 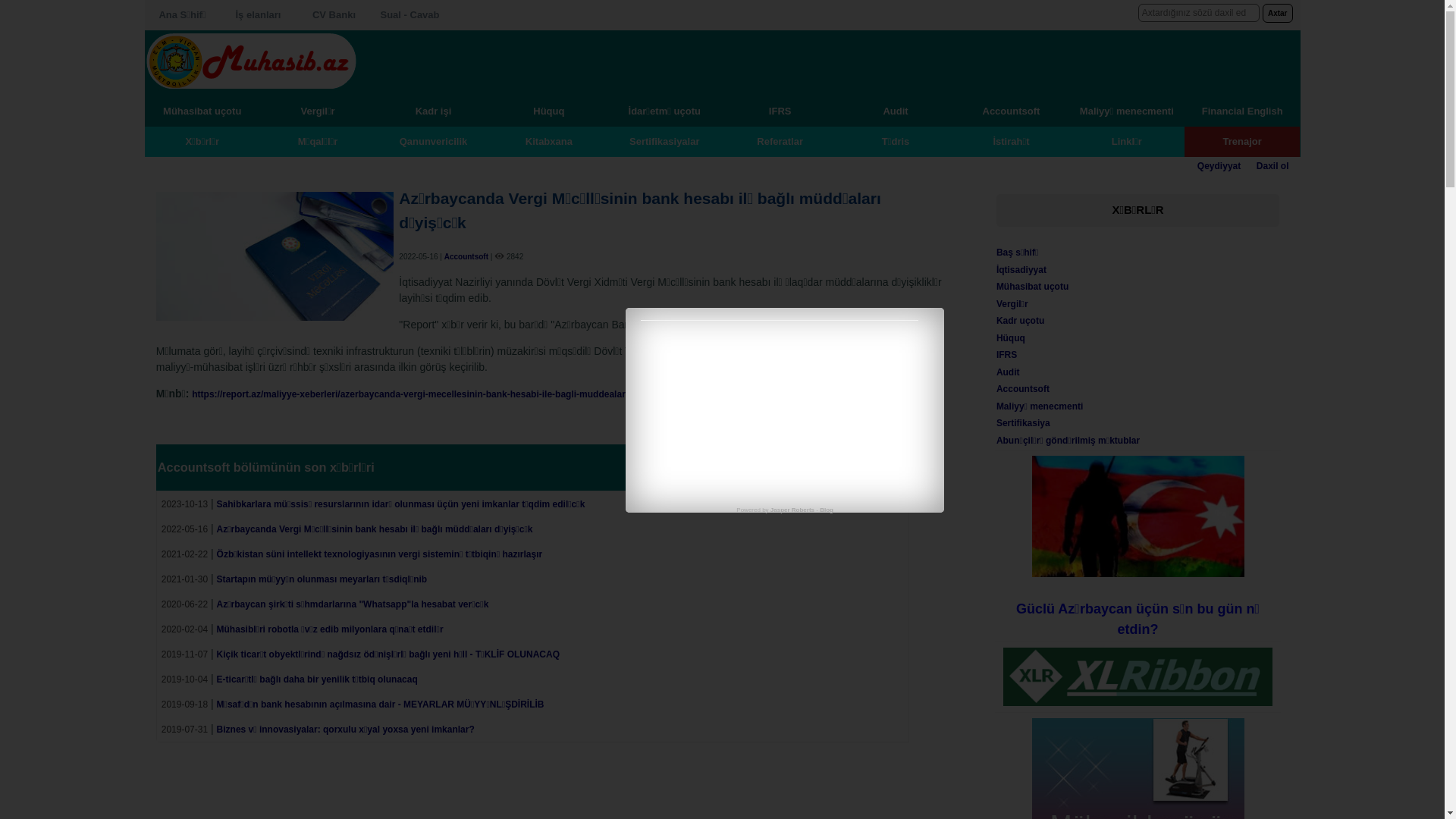 I want to click on 'Qanunvericilik', so click(x=432, y=140).